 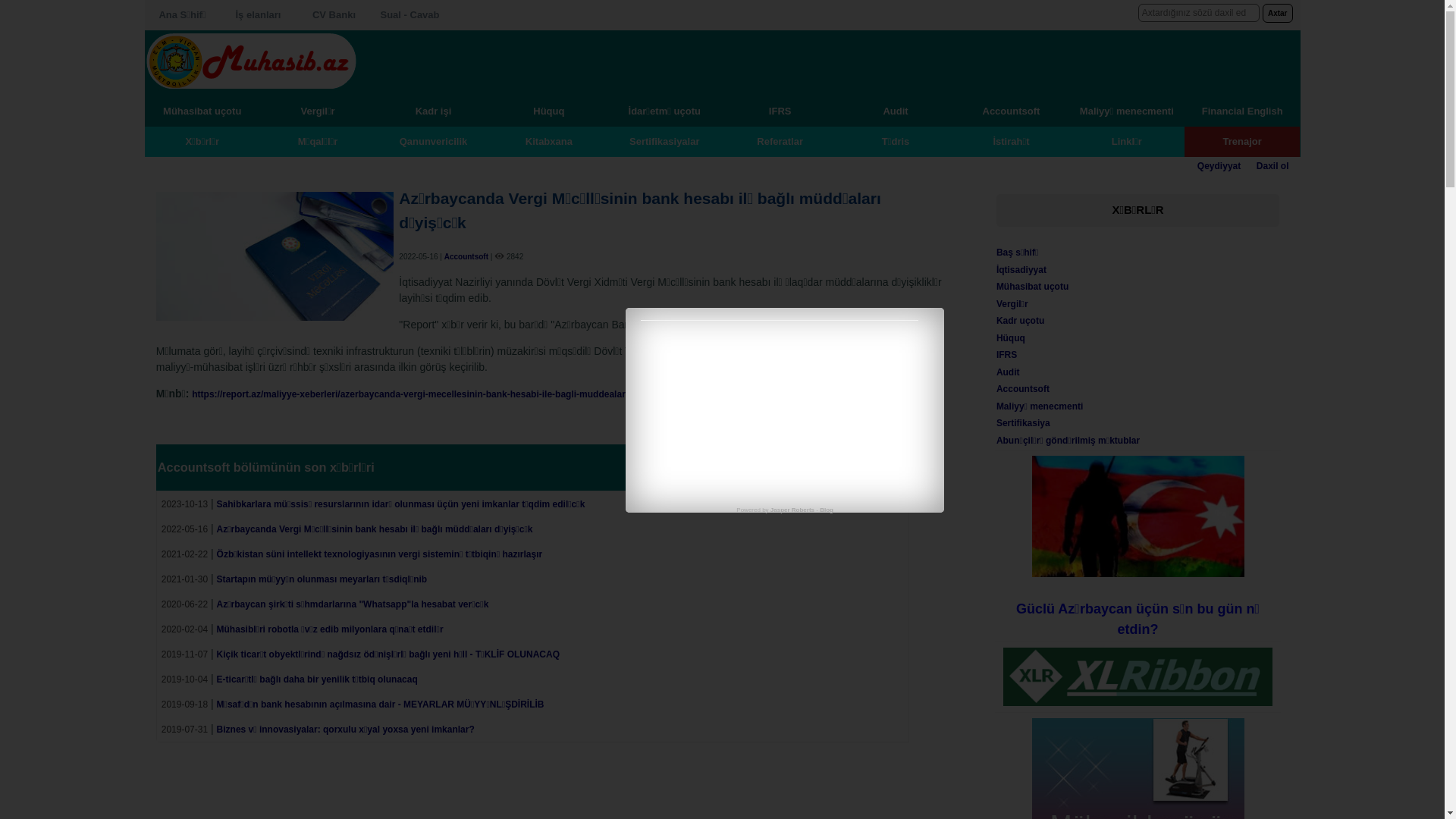 I want to click on 'Qanunvericilik', so click(x=432, y=140).